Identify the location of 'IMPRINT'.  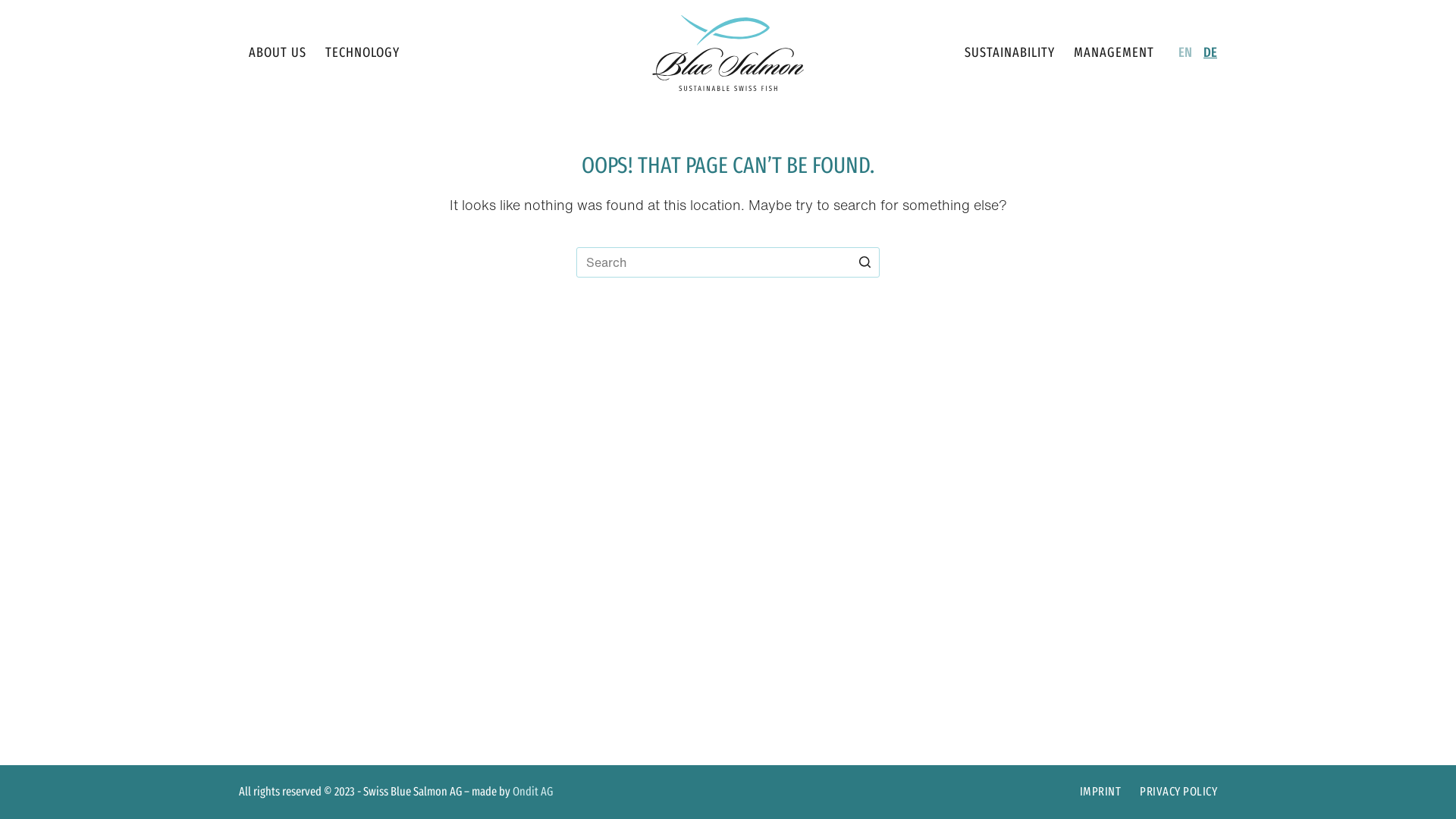
(1100, 791).